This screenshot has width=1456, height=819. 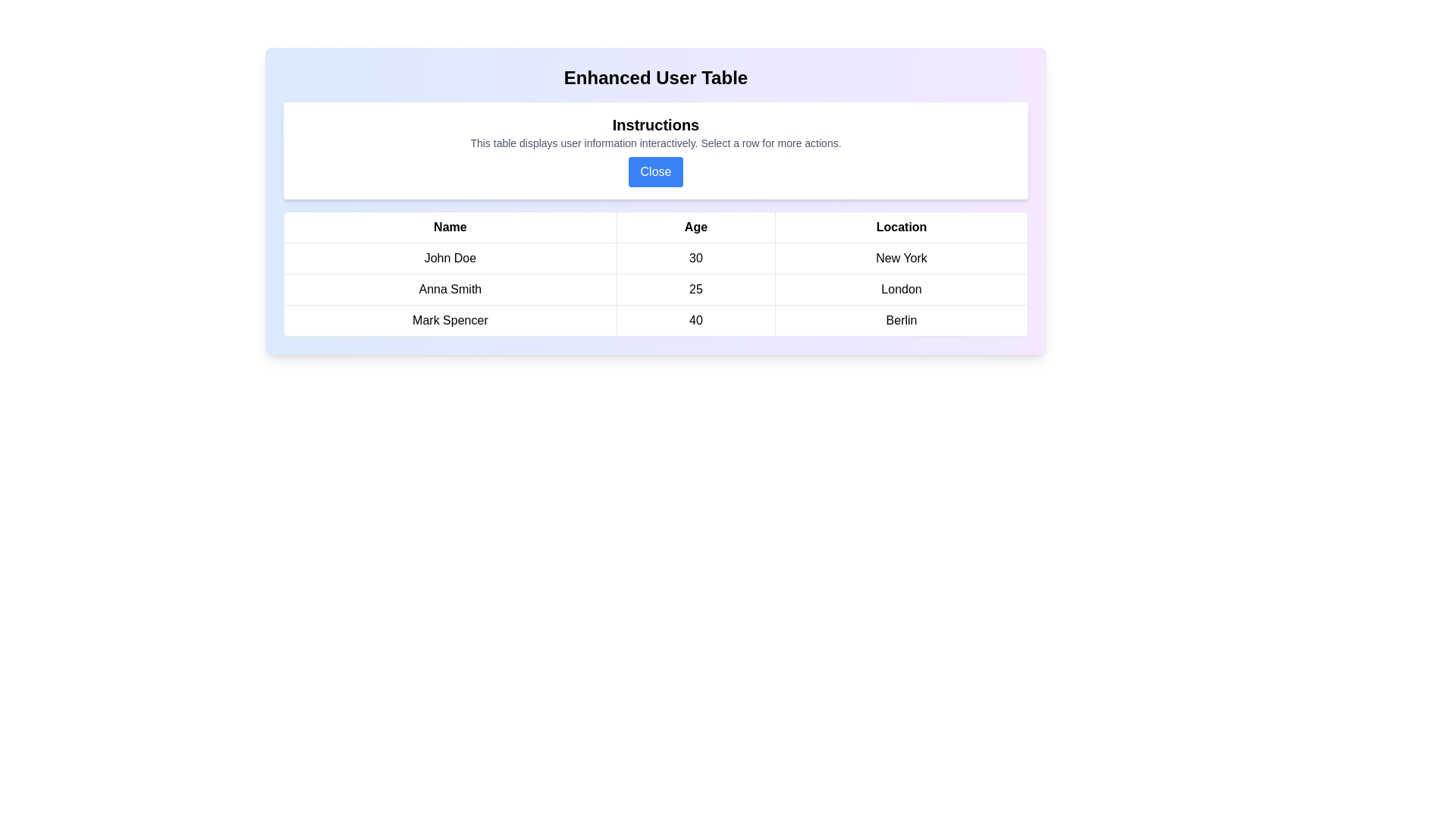 What do you see at coordinates (902, 257) in the screenshot?
I see `the table cell containing the text 'New York'` at bounding box center [902, 257].